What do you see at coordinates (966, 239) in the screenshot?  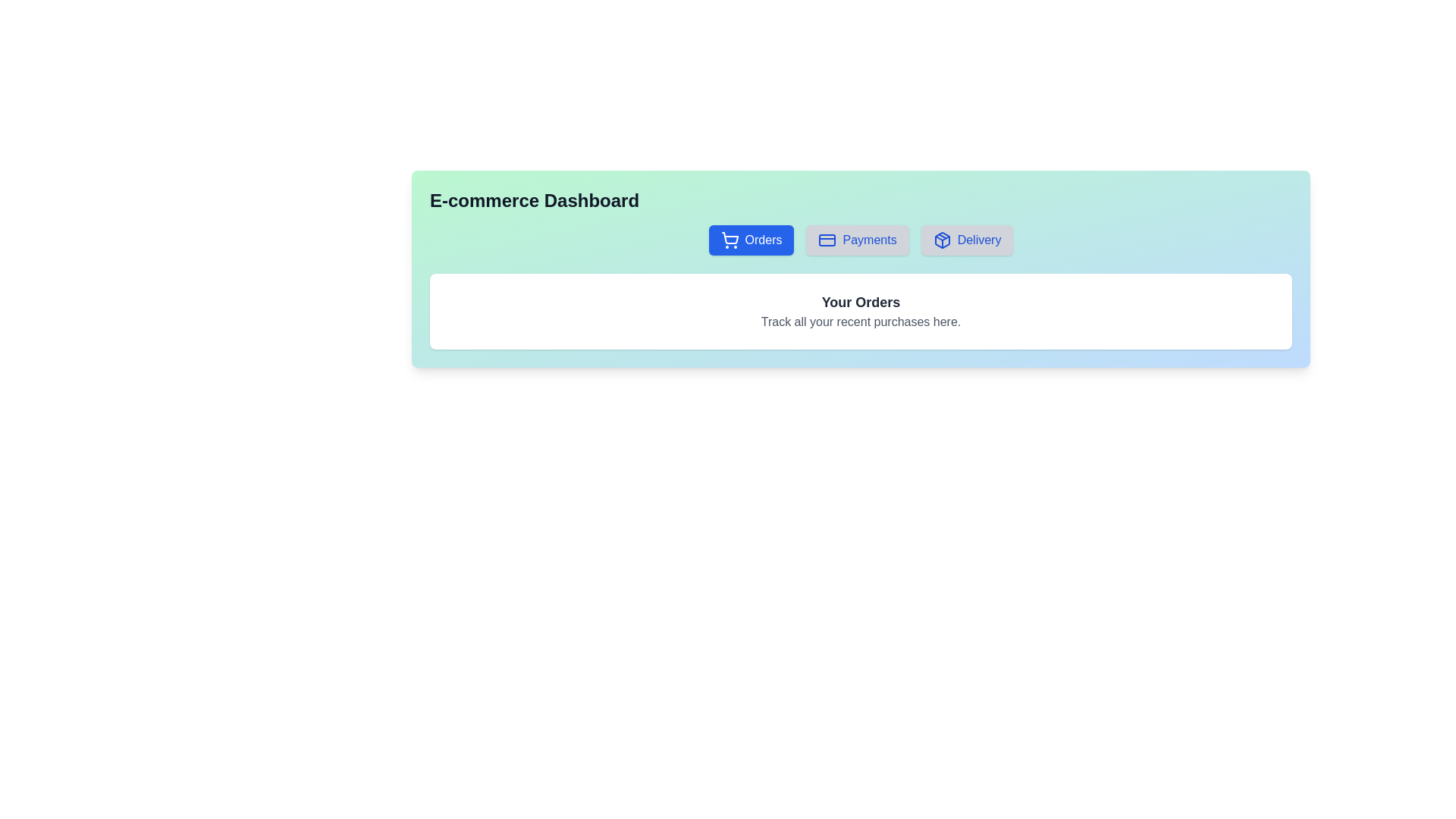 I see `the delivery button, the third button in a horizontal row` at bounding box center [966, 239].